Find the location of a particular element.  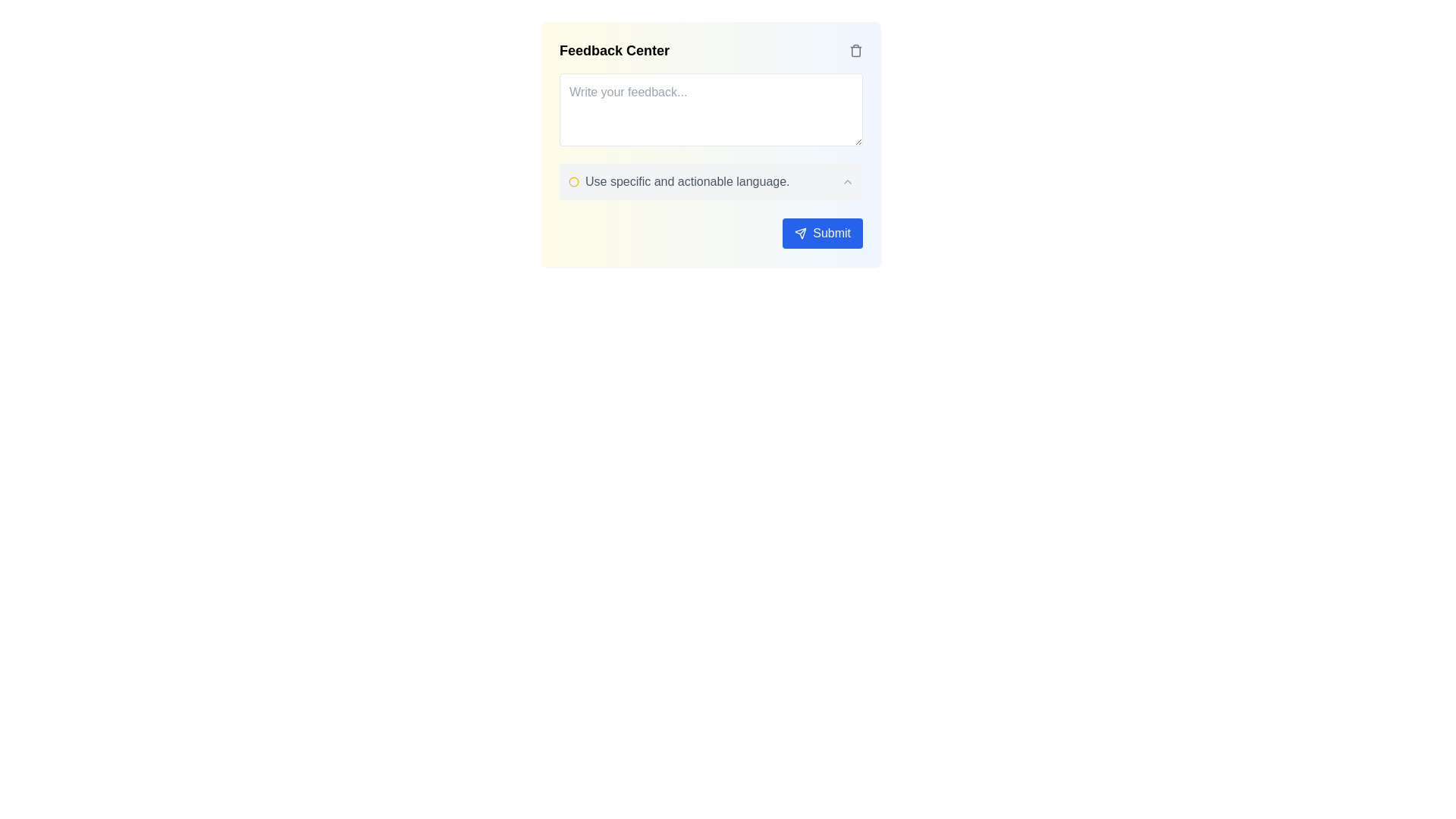

the visual indicator icon to the left of the 'Submit' text on the Submit button located at the bottom right corner of the Feedback Center component is located at coordinates (800, 234).